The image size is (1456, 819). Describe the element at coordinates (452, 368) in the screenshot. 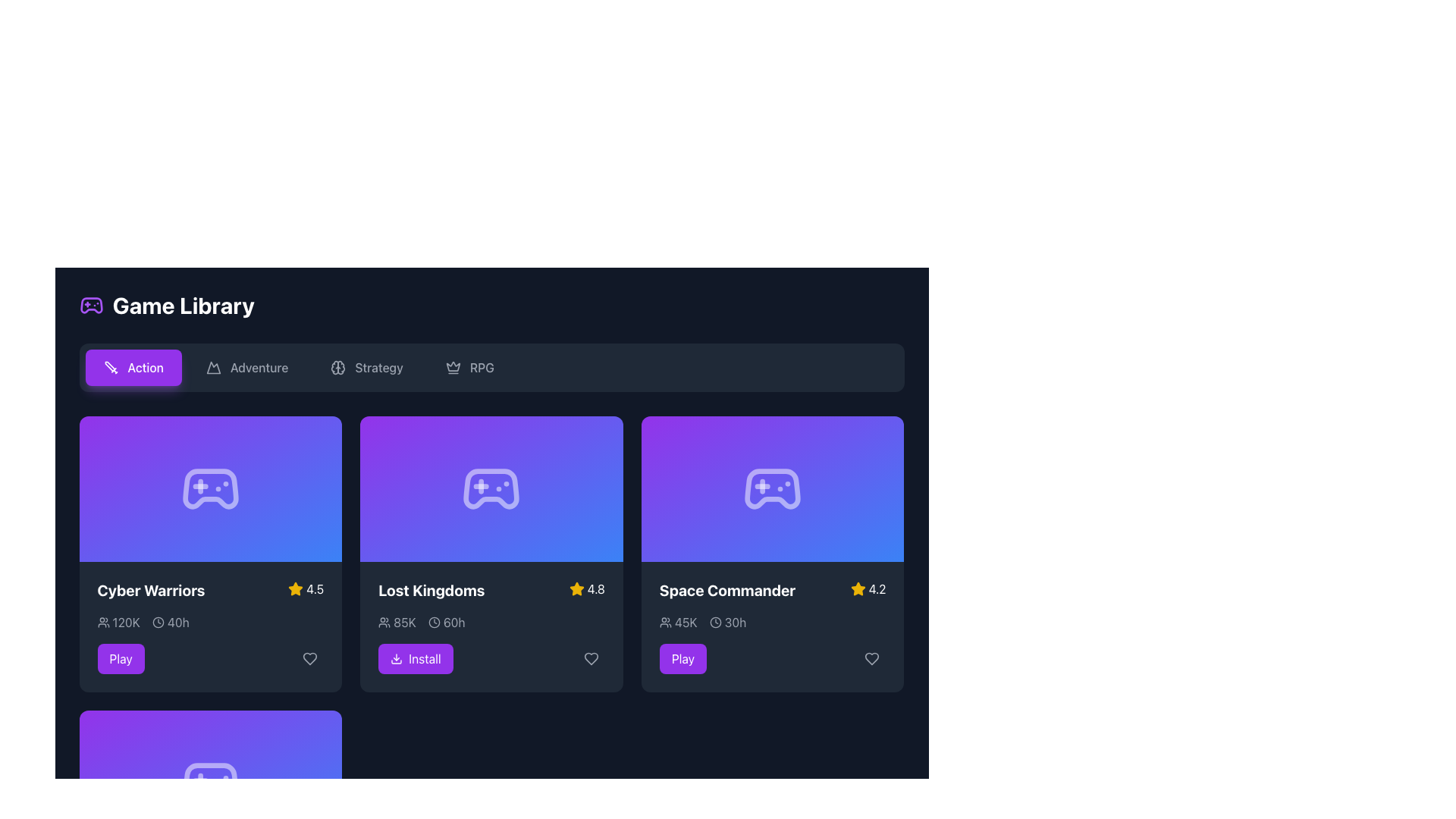

I see `the crown icon located in the 'RPG' interactive button group, positioned left of the 'RPG' text in the top navigation bar` at that location.